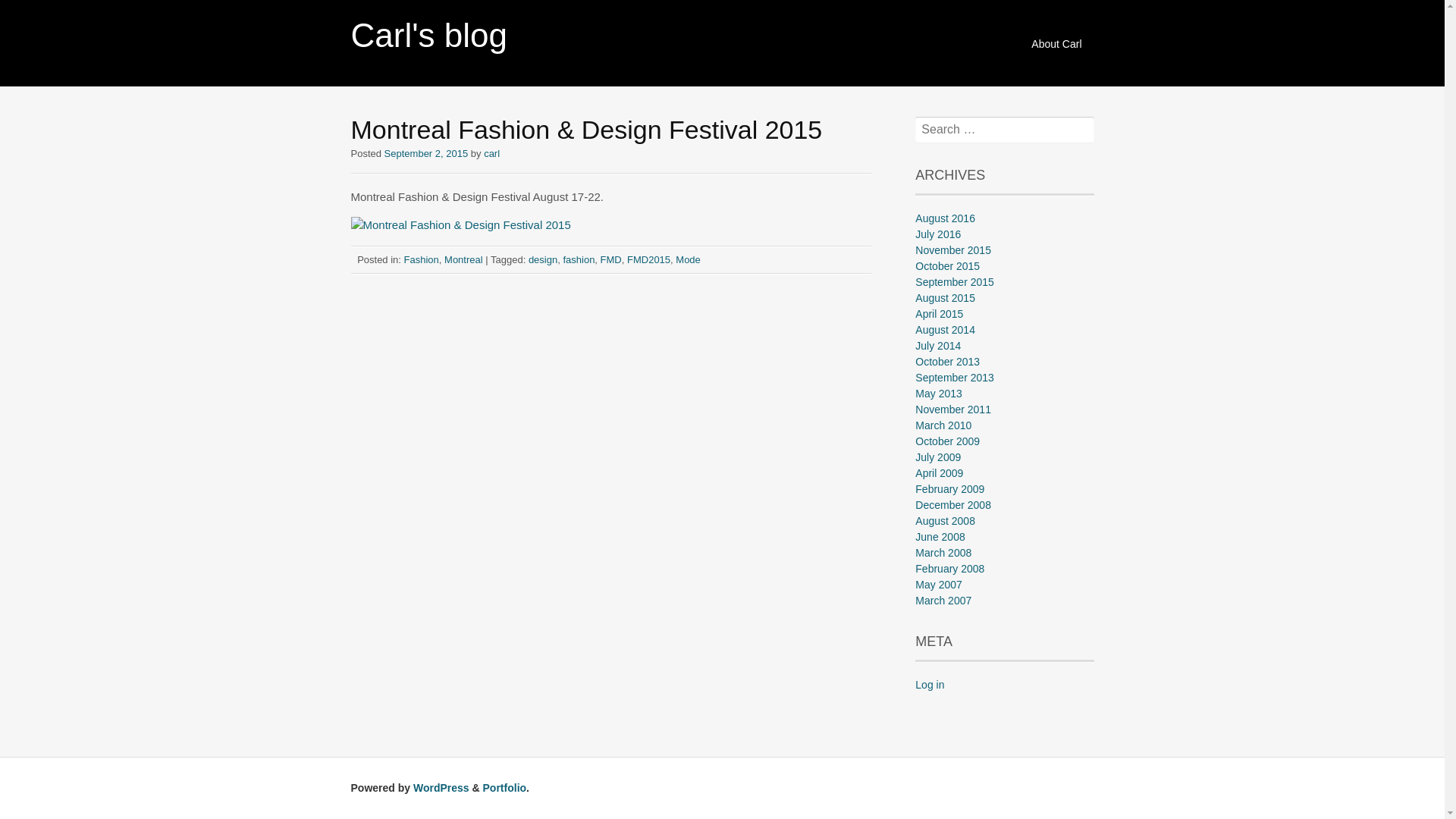 The width and height of the screenshot is (1456, 819). I want to click on 'fashion', so click(578, 258).